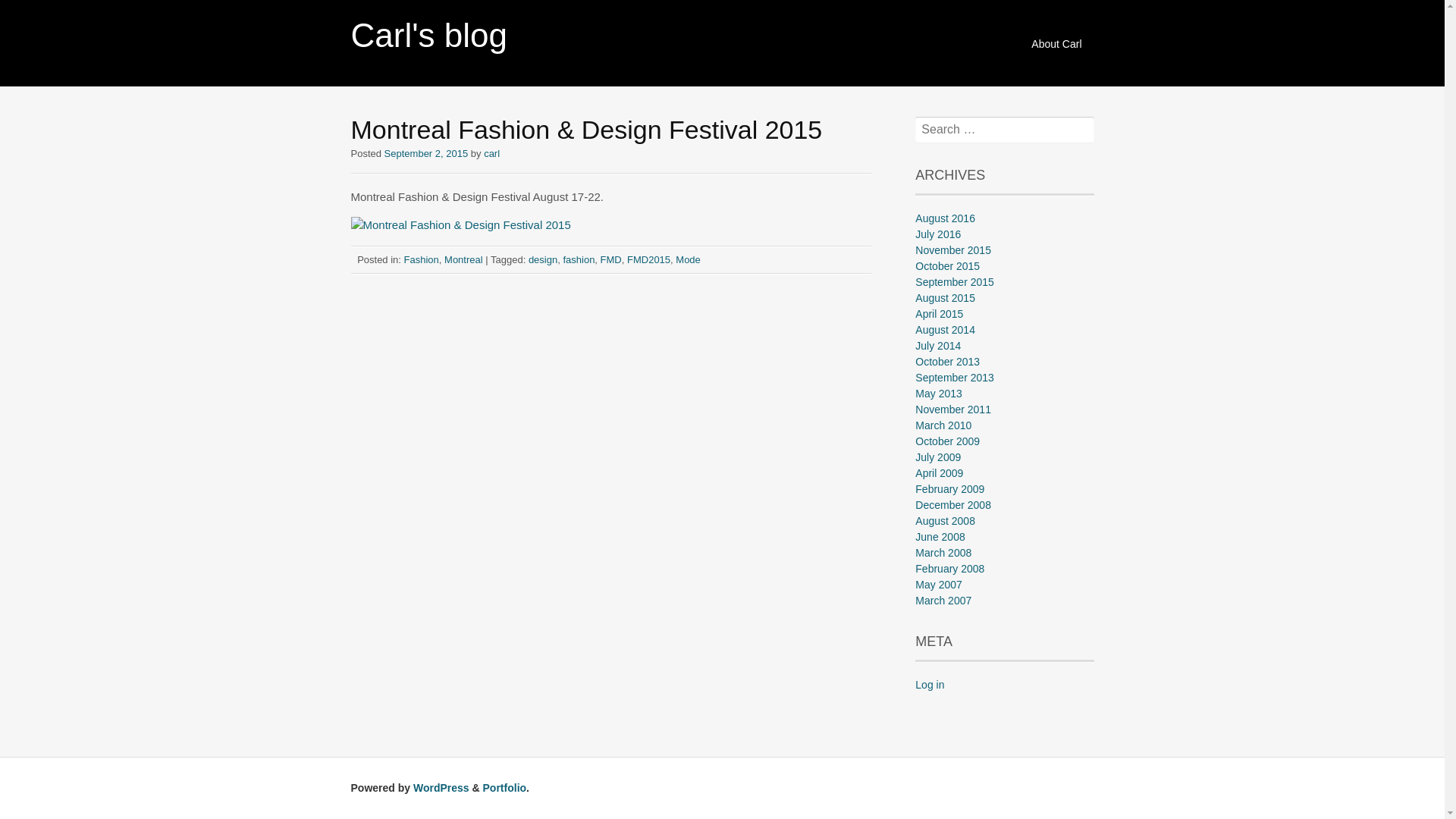 The width and height of the screenshot is (1456, 819). I want to click on 'fashion', so click(578, 258).